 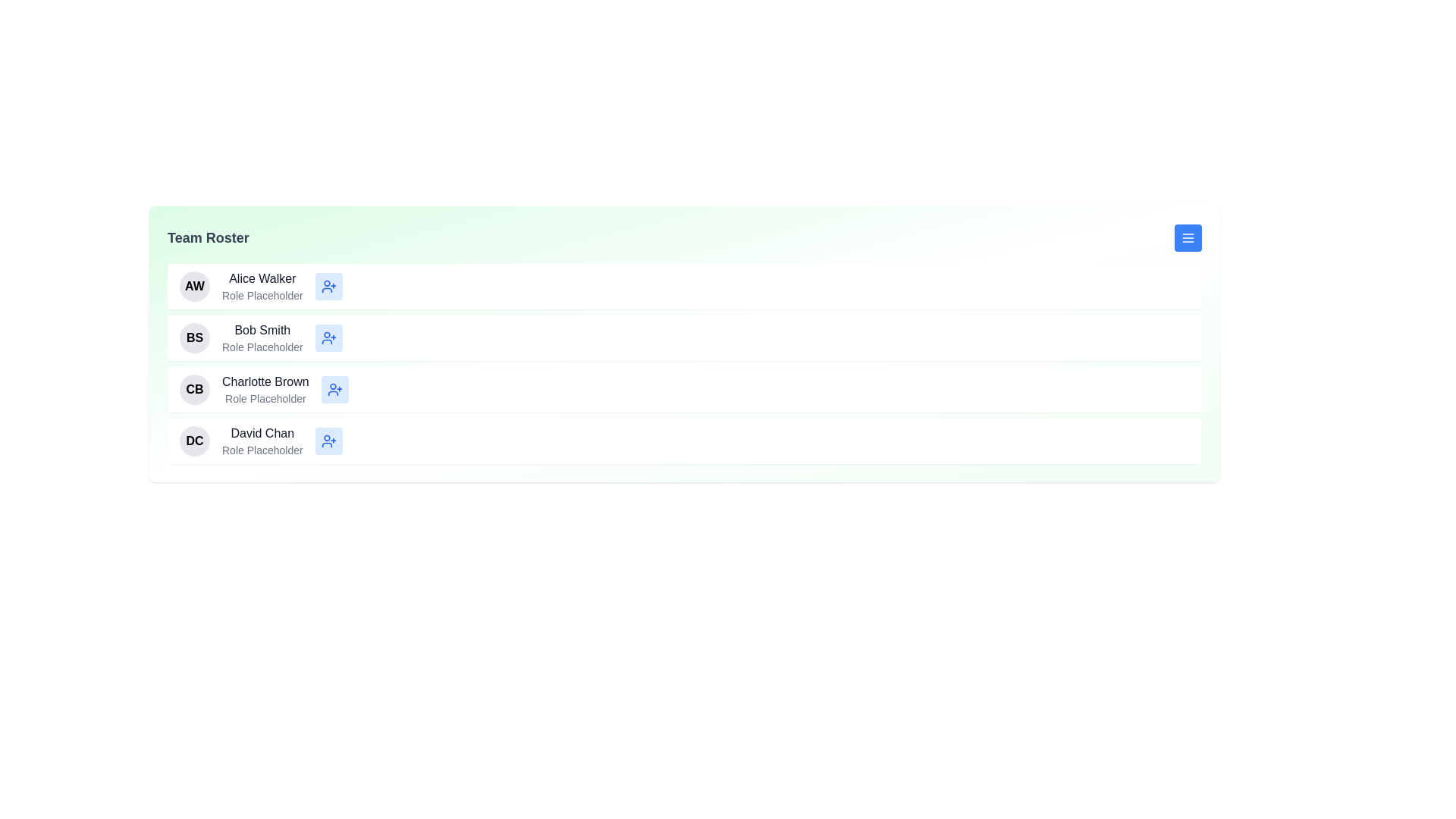 I want to click on the icon button located to the right of the list item for Alice Walker, so click(x=328, y=287).